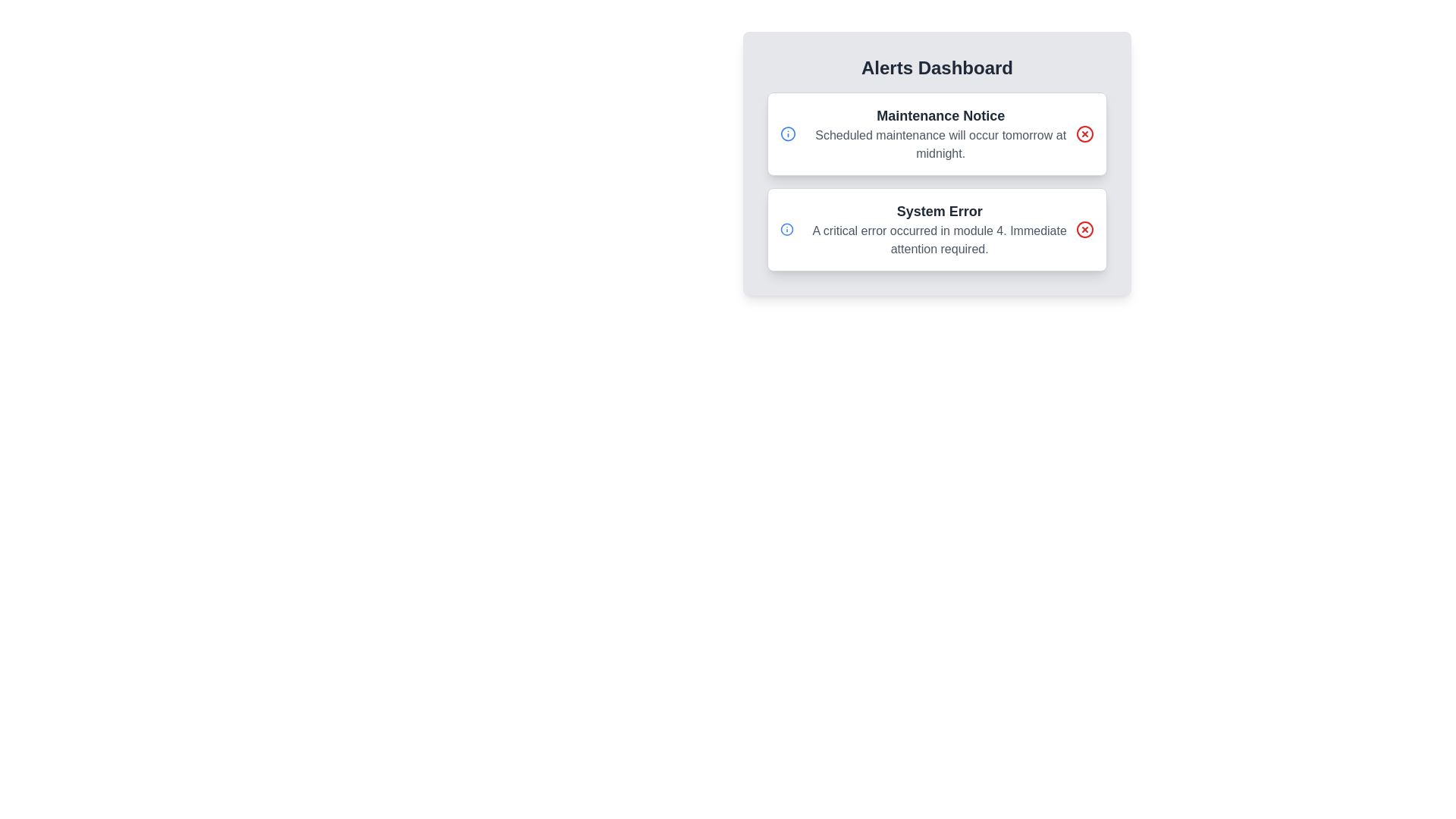 This screenshot has height=819, width=1456. Describe the element at coordinates (939, 230) in the screenshot. I see `description of the 'System Error' text block located in the second notification card of the 'Alerts Dashboard' interface` at that location.